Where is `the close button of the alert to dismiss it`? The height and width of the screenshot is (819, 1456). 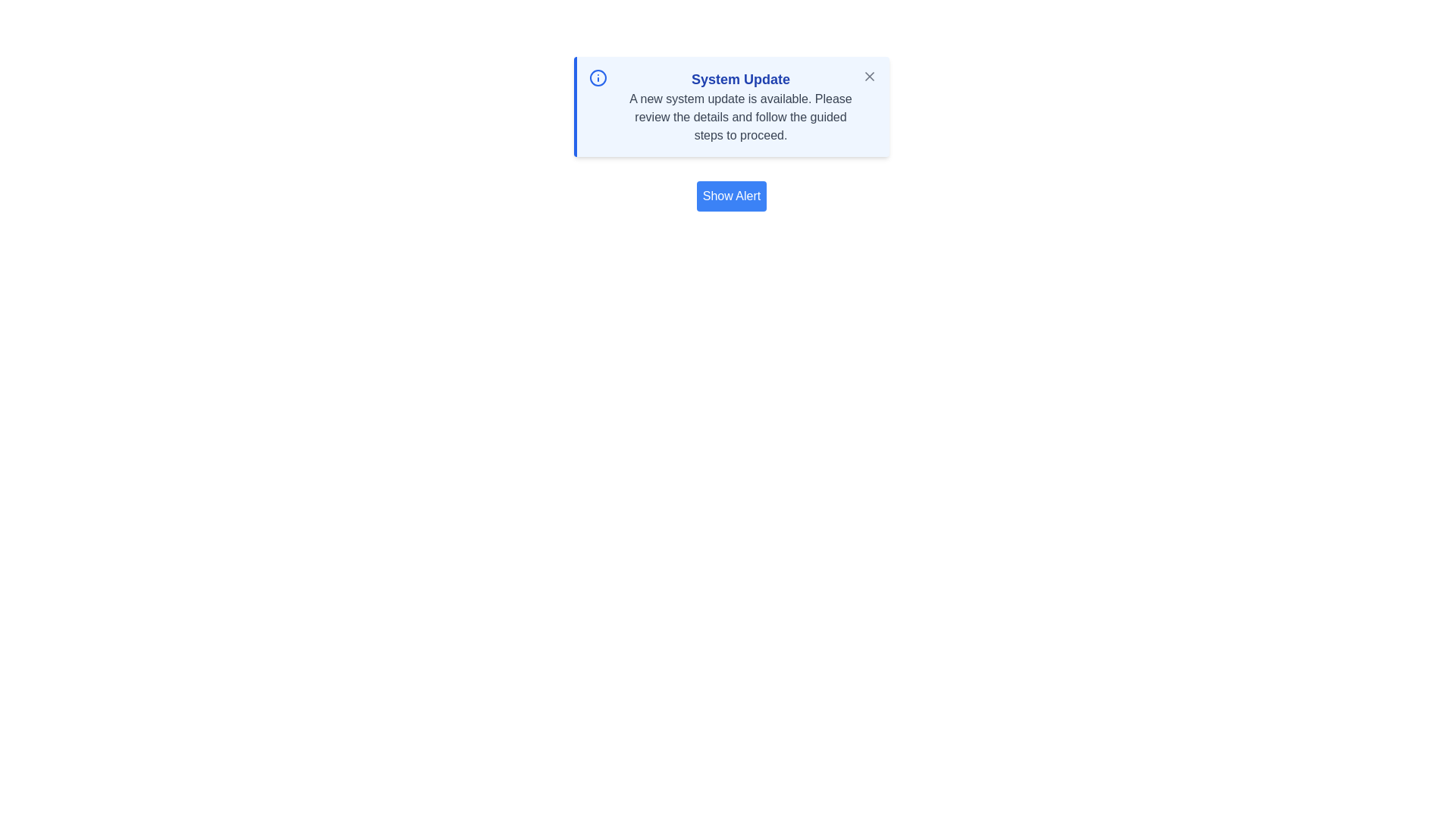
the close button of the alert to dismiss it is located at coordinates (870, 76).